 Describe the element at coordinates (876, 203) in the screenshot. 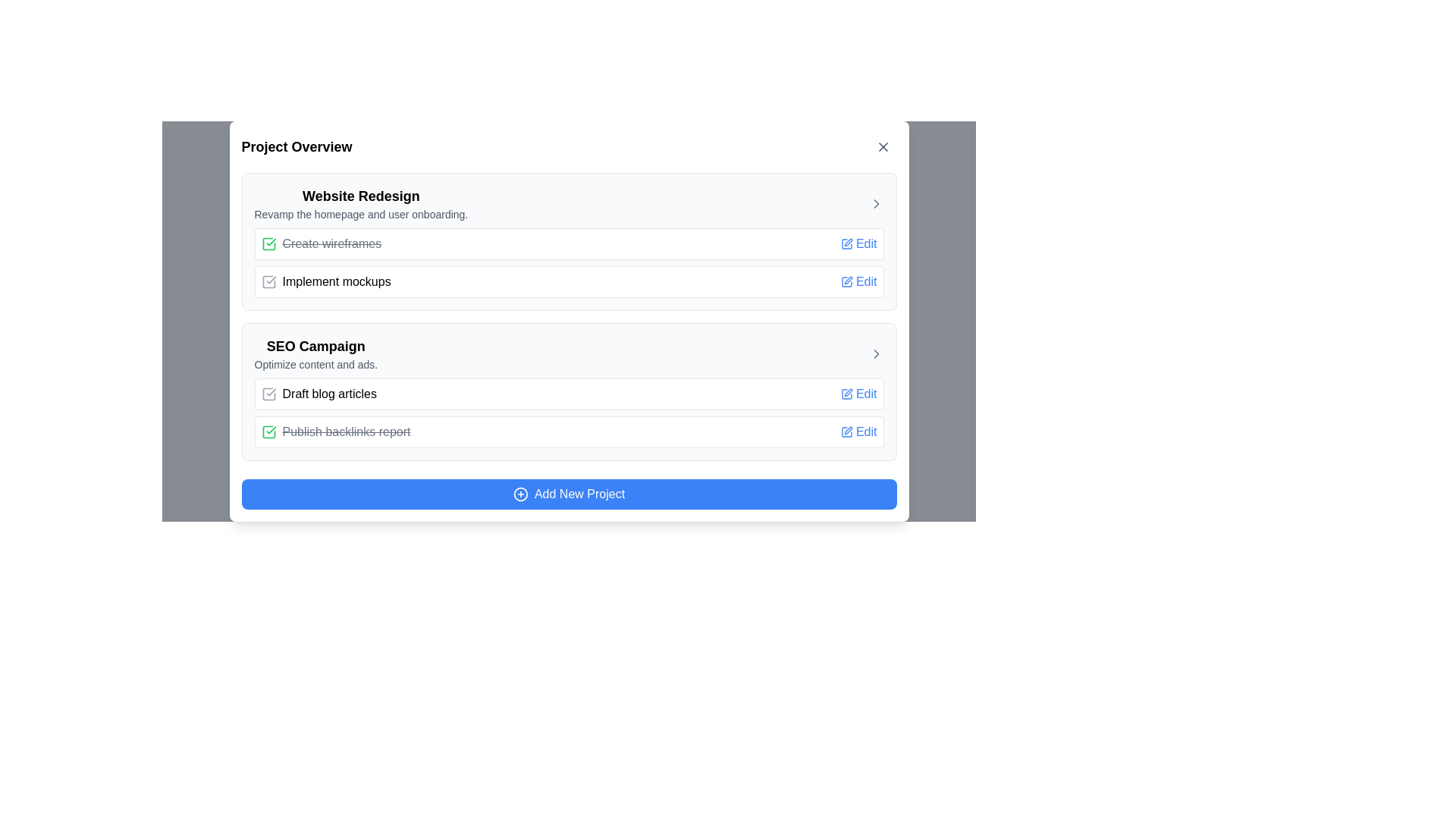

I see `the rightmost icon in the 'Website Redesign' section` at that location.